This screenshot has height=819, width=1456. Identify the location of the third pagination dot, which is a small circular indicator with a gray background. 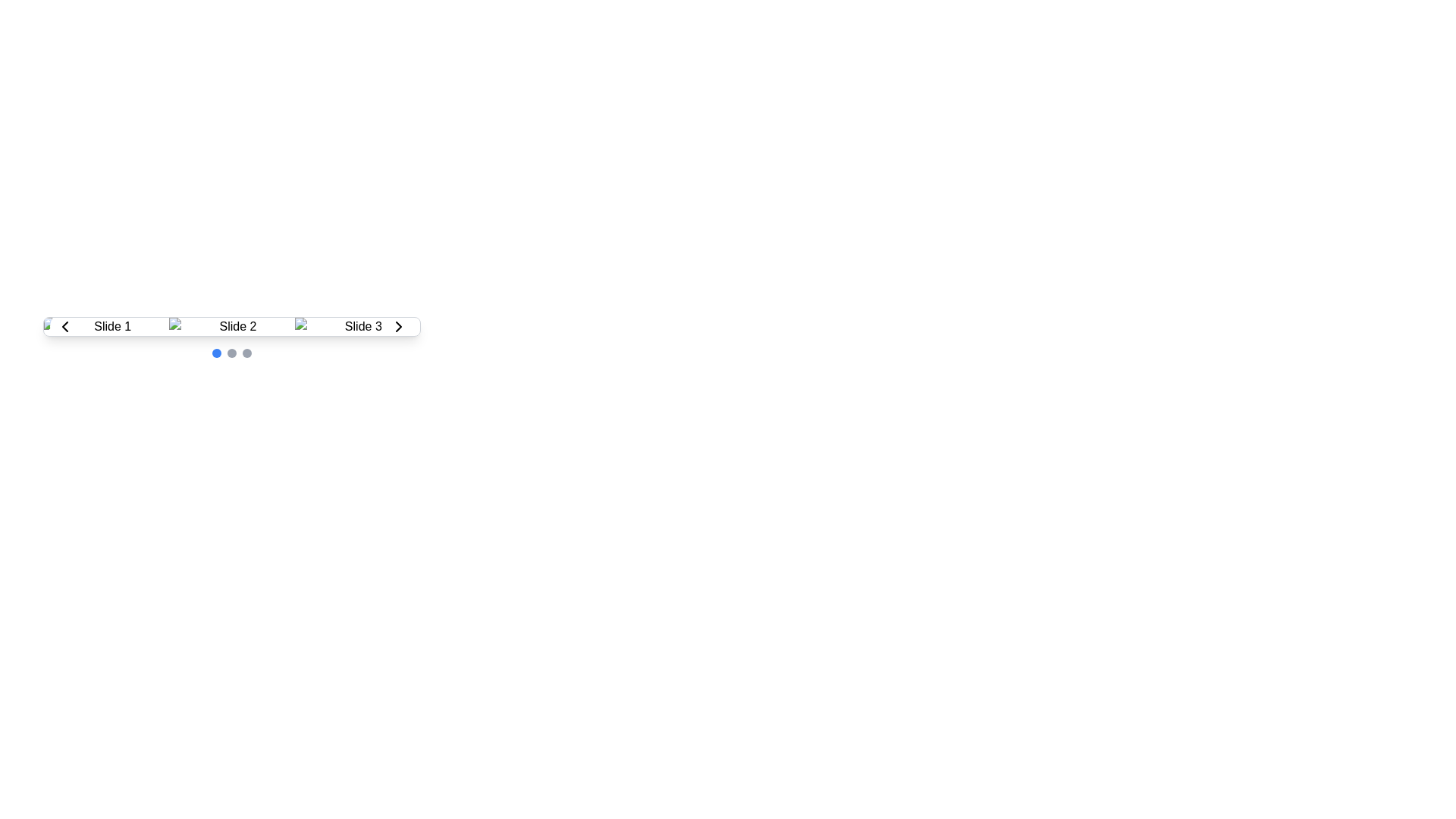
(247, 353).